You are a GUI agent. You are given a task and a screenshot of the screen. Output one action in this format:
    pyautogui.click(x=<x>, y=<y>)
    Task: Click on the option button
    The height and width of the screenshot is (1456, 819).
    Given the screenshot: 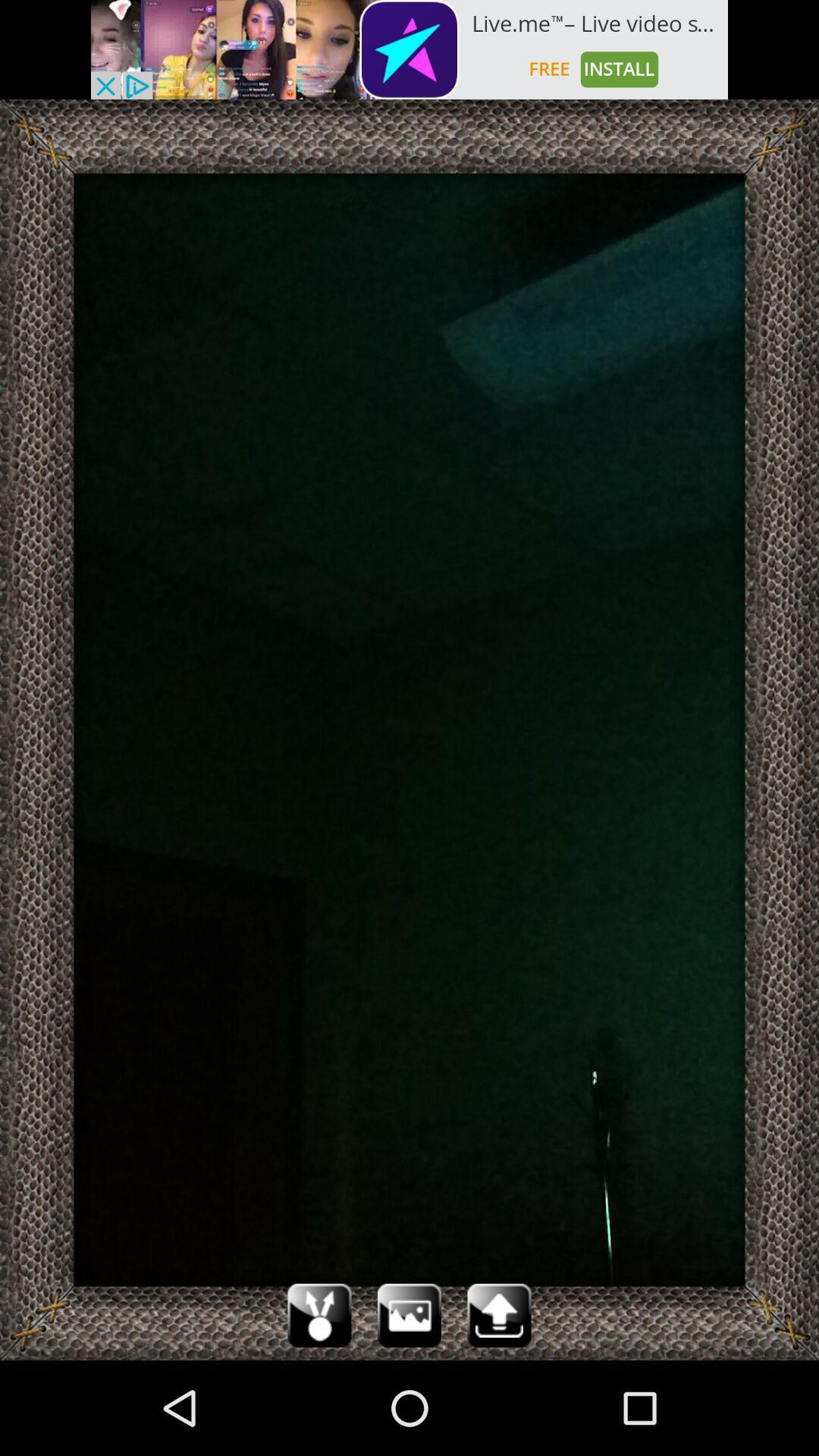 What is the action you would take?
    pyautogui.click(x=409, y=1314)
    